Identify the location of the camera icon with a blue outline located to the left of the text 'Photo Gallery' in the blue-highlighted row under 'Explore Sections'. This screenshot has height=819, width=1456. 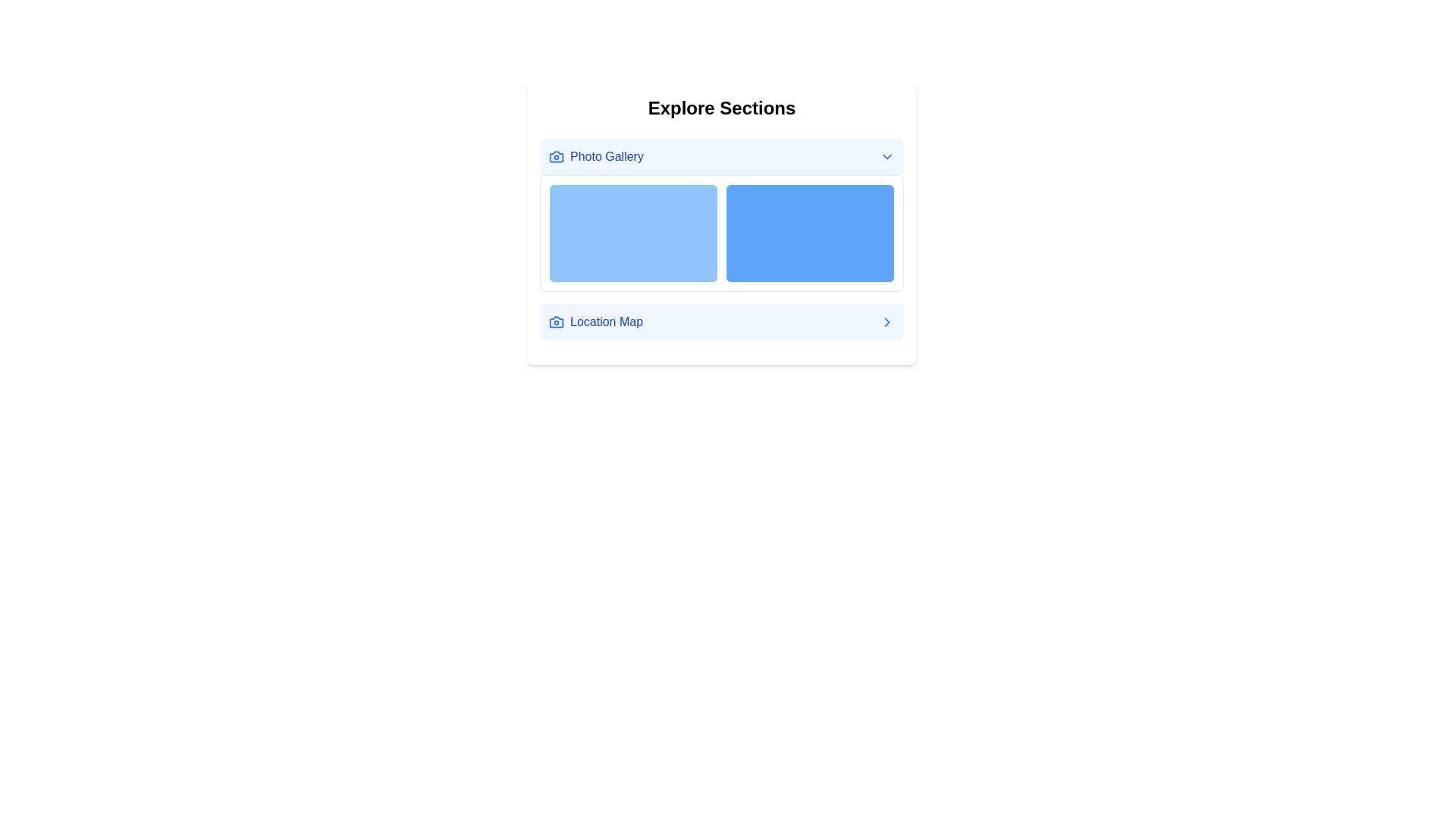
(556, 157).